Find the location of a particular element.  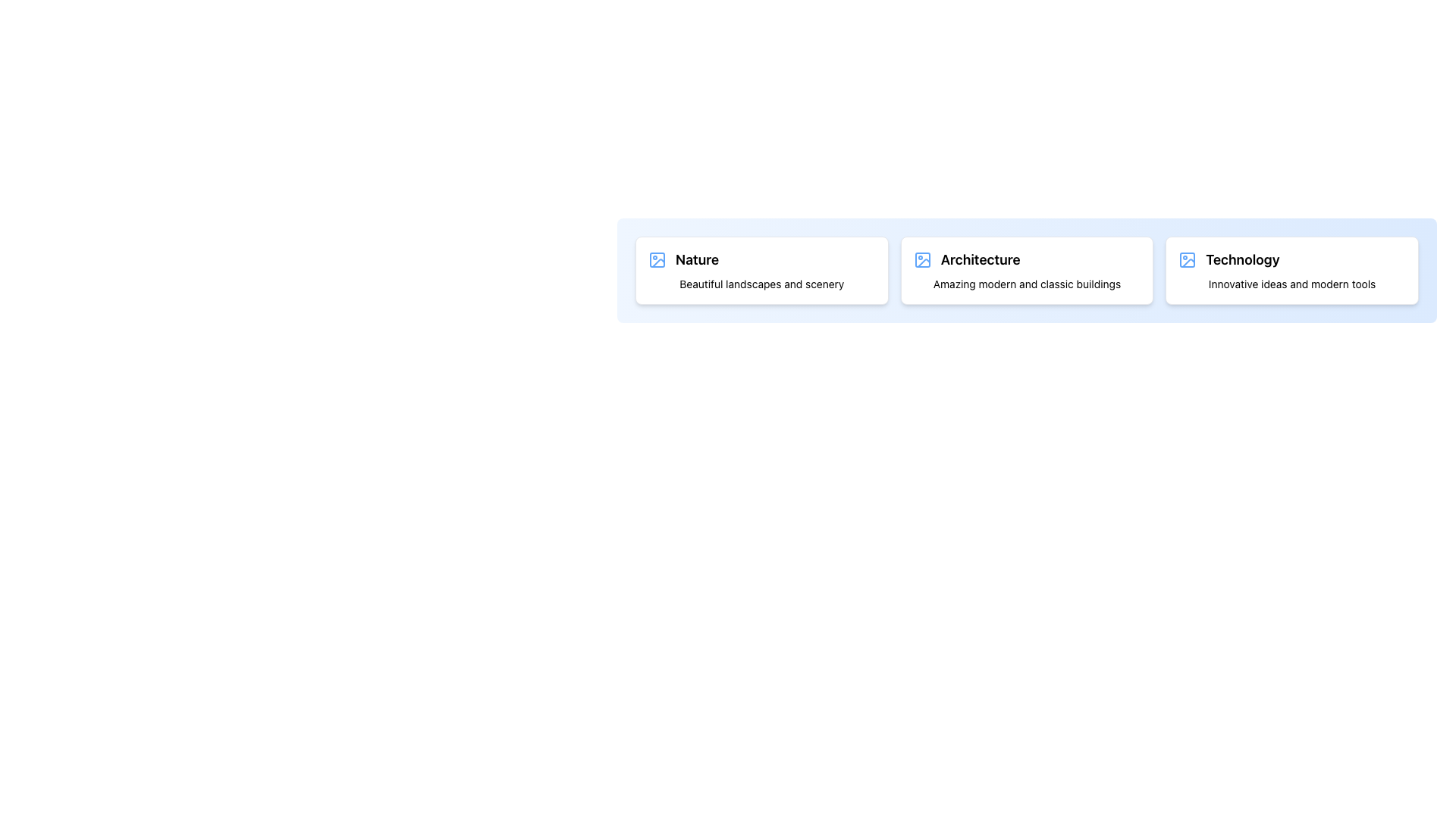

the text label reading 'Nature', which is styled with a bold font and positioned above a smaller description text in the first card of a horizontal row is located at coordinates (696, 259).